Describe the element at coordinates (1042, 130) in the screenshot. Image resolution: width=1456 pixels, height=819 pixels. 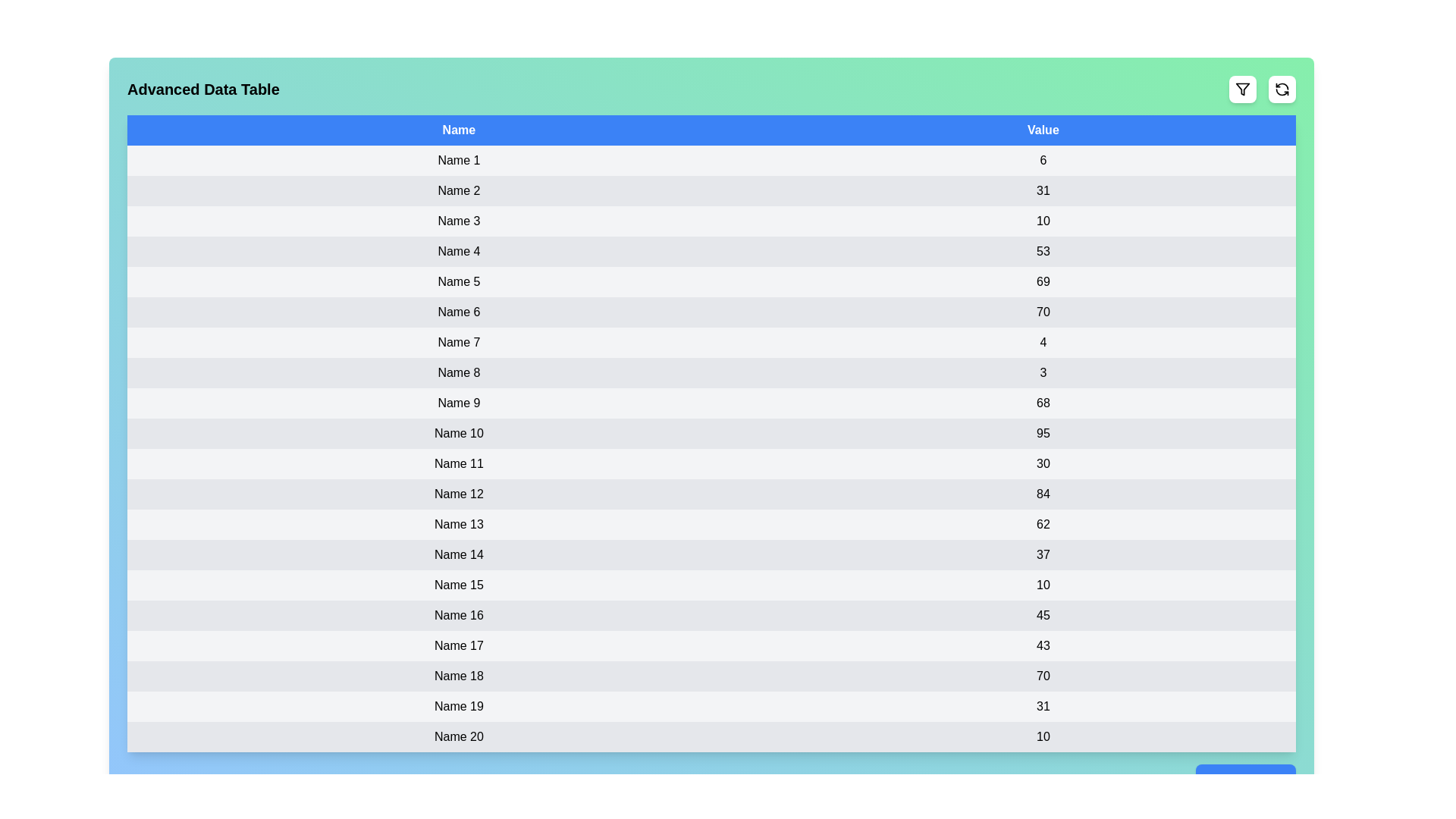
I see `the column header 'Value' to sort the table by that column` at that location.